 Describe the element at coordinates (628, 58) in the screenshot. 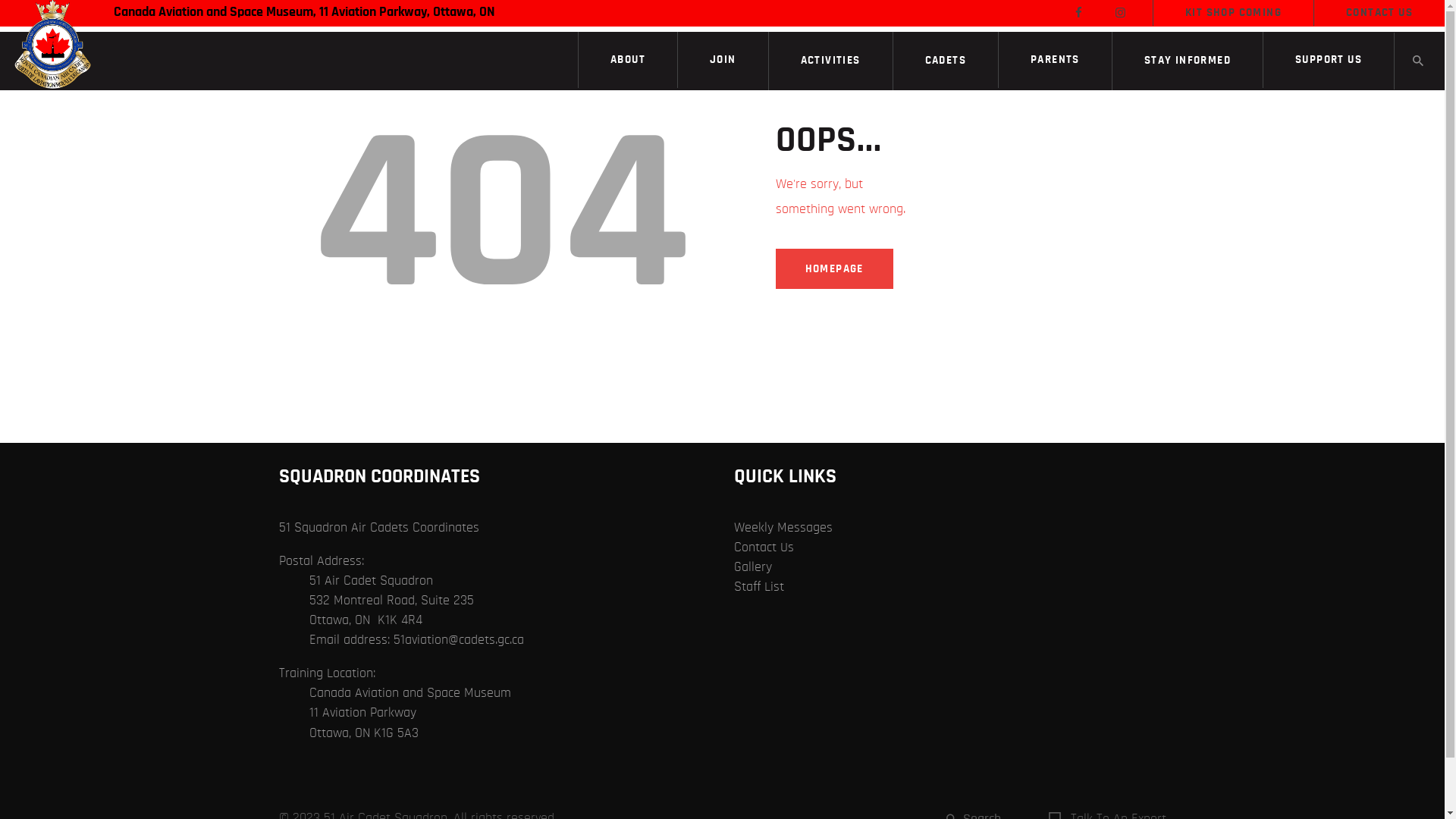

I see `'ABOUT'` at that location.